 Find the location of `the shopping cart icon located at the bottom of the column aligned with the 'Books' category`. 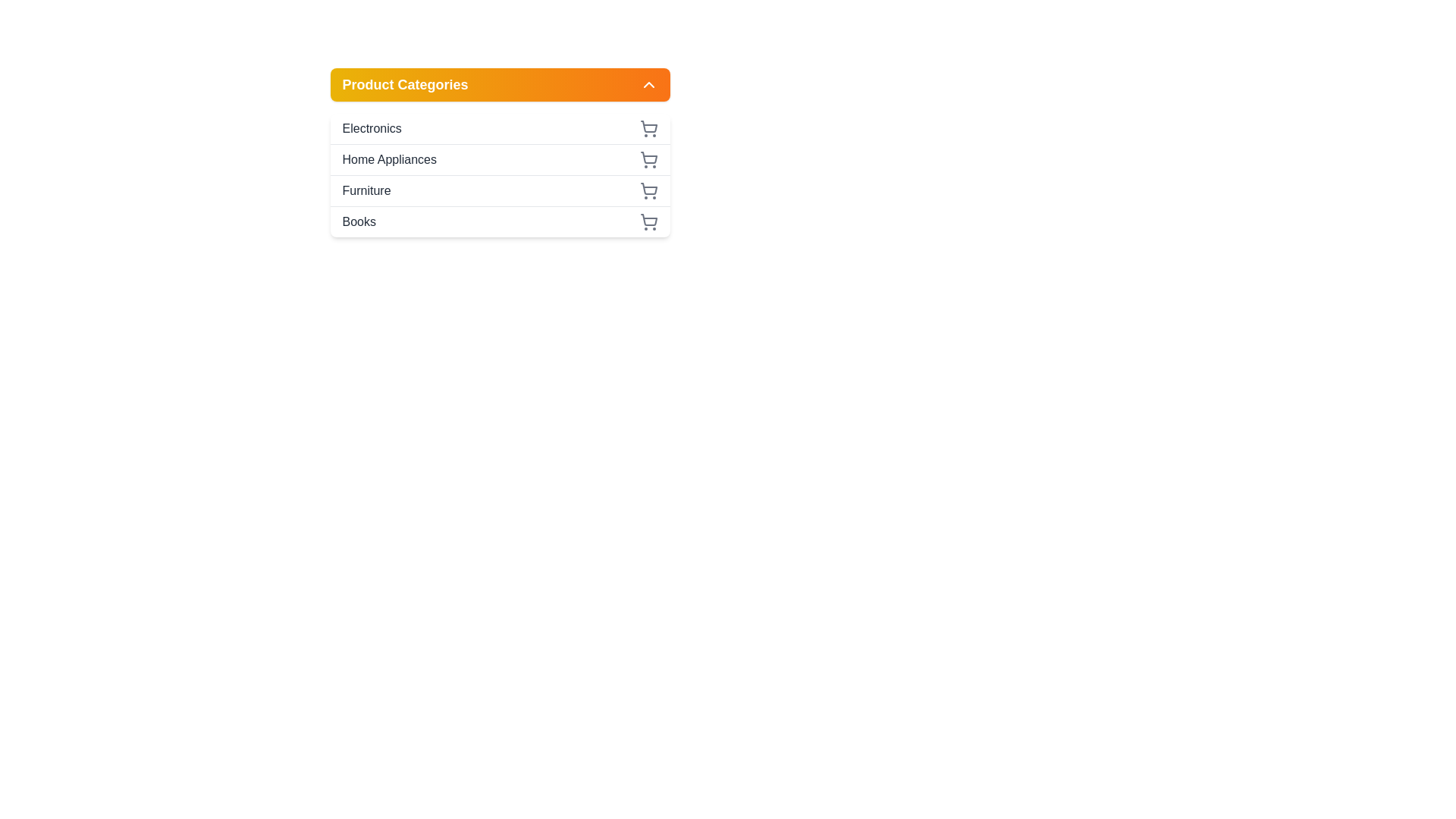

the shopping cart icon located at the bottom of the column aligned with the 'Books' category is located at coordinates (648, 220).